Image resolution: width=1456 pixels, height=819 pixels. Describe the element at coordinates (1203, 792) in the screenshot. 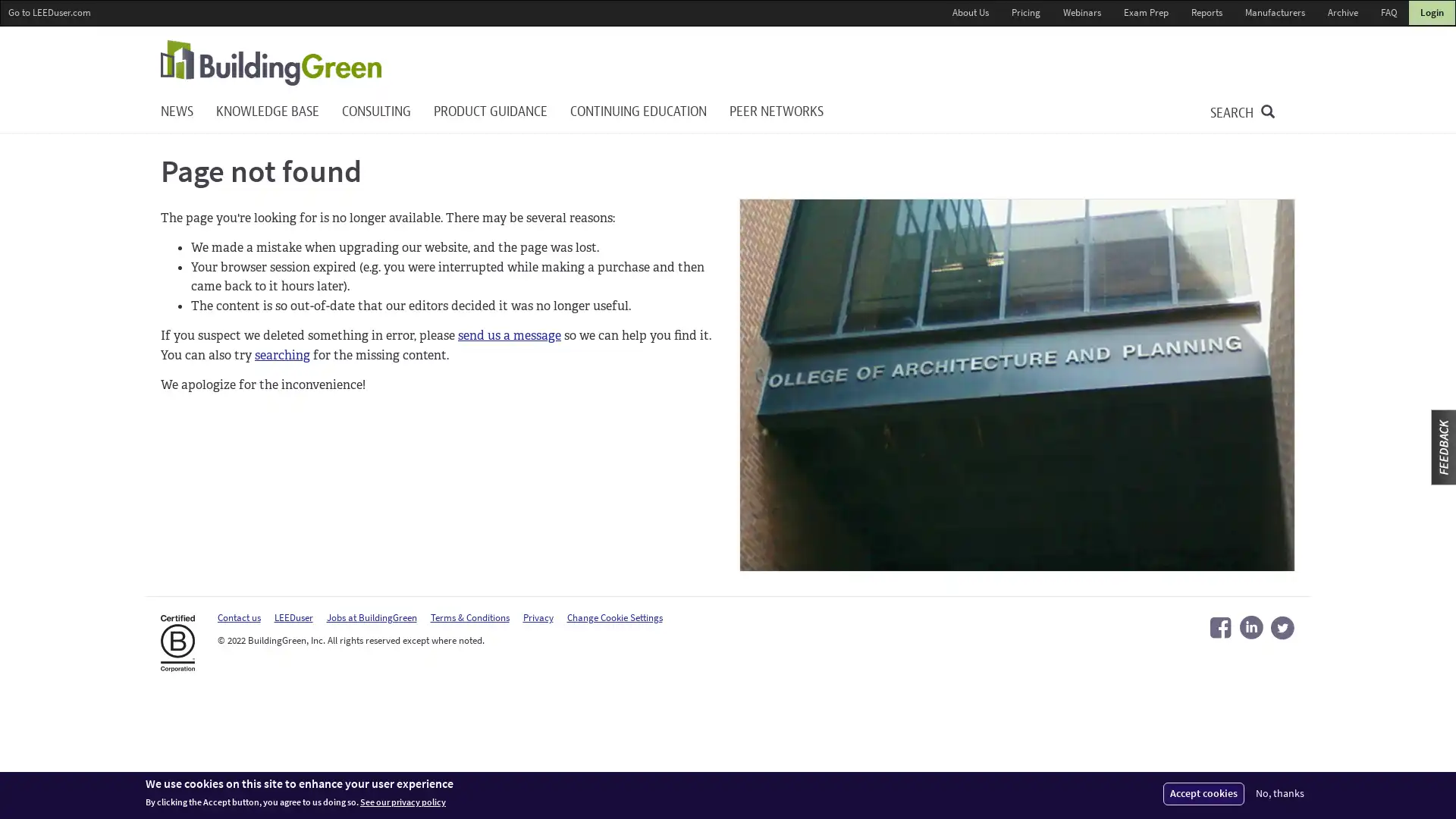

I see `Accept cookies` at that location.